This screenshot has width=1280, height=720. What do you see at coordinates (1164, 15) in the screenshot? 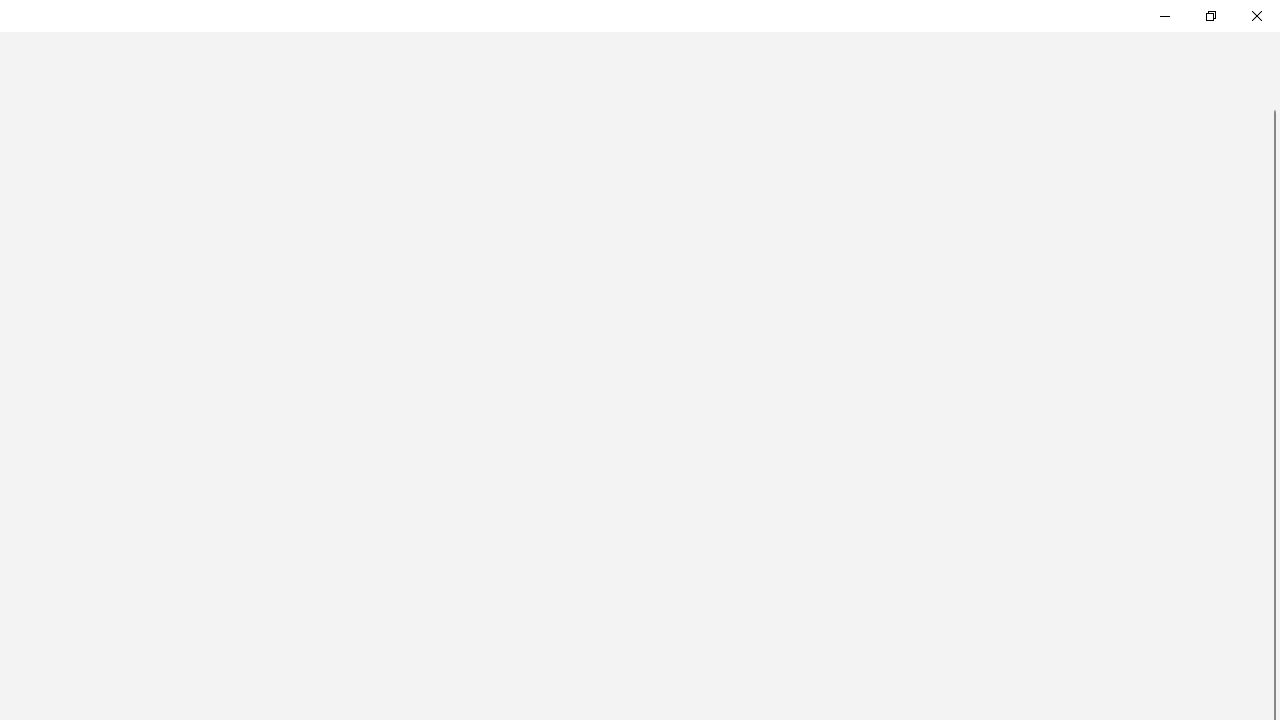
I see `'Minimize Feedback Hub'` at bounding box center [1164, 15].